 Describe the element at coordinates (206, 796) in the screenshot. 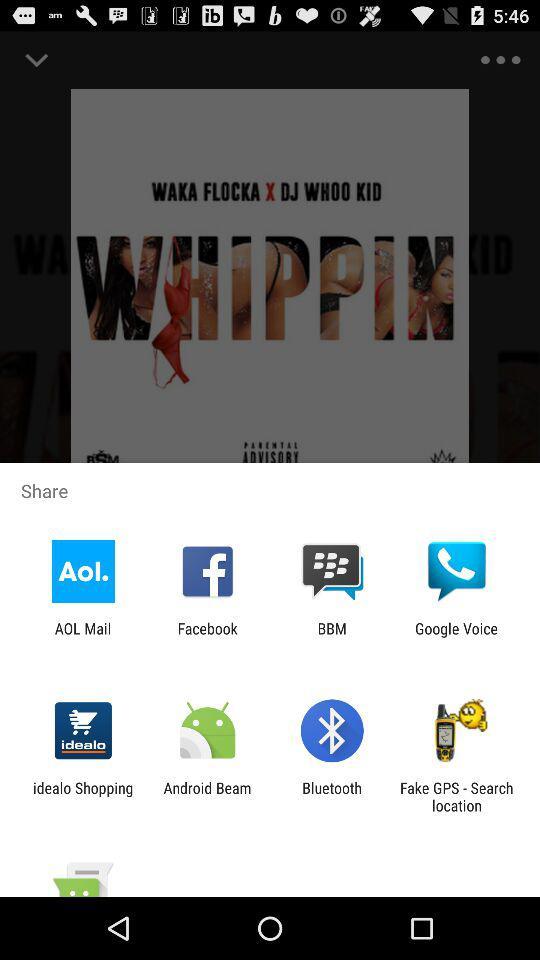

I see `the android beam` at that location.